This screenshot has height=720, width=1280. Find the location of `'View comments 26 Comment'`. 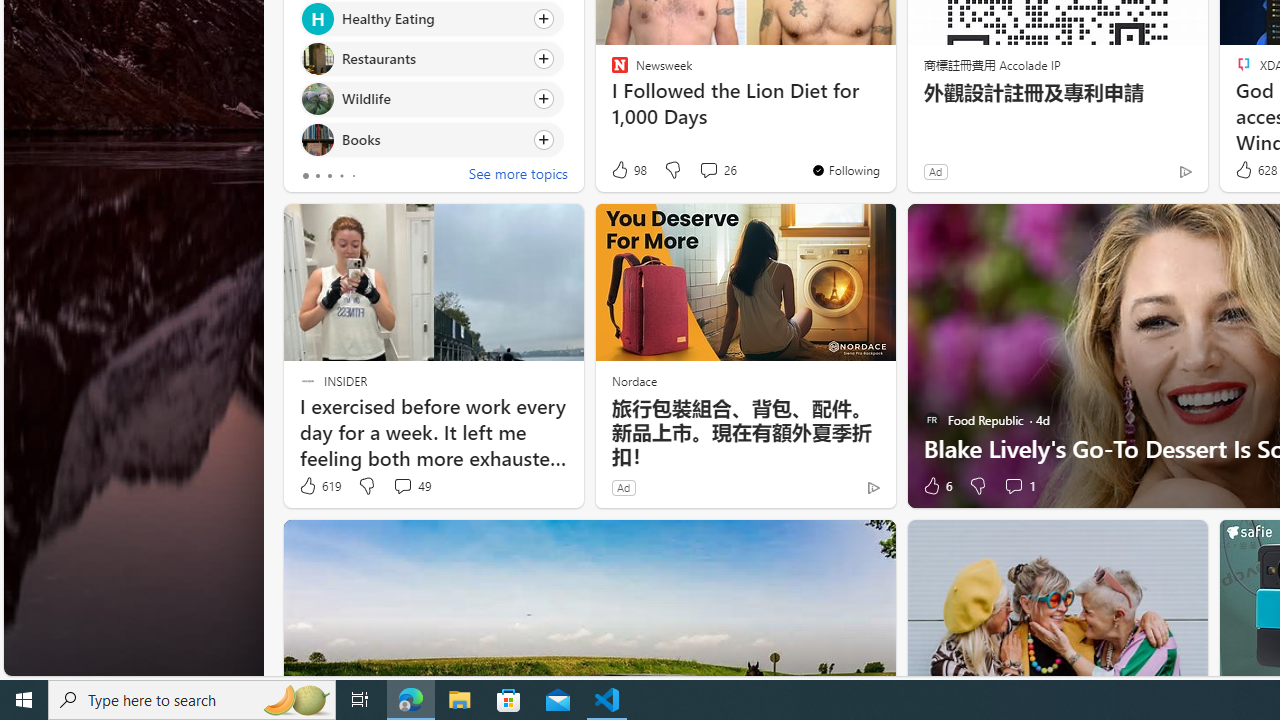

'View comments 26 Comment' is located at coordinates (708, 168).